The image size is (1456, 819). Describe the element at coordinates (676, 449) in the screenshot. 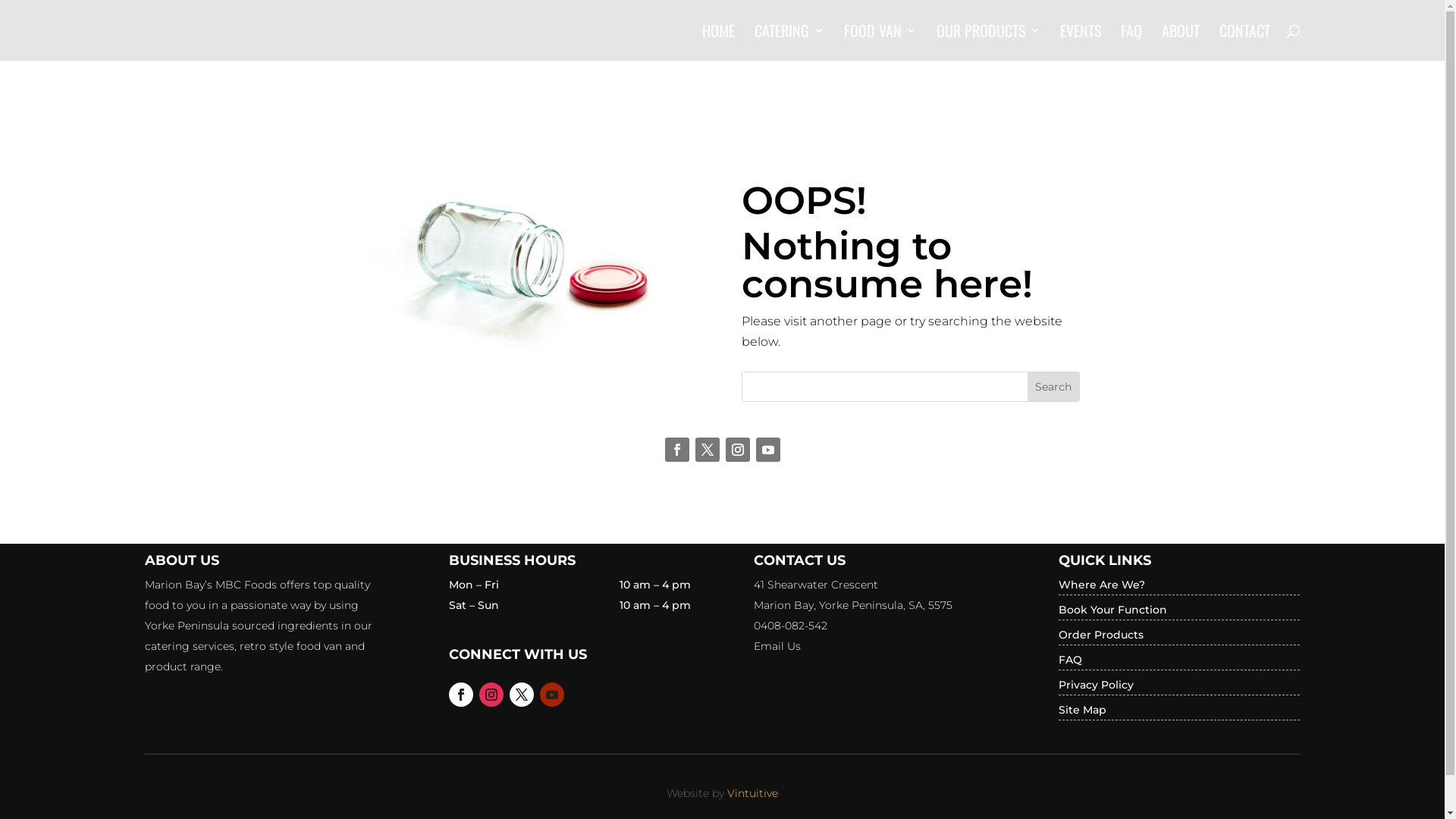

I see `'Follow on Facebook'` at that location.